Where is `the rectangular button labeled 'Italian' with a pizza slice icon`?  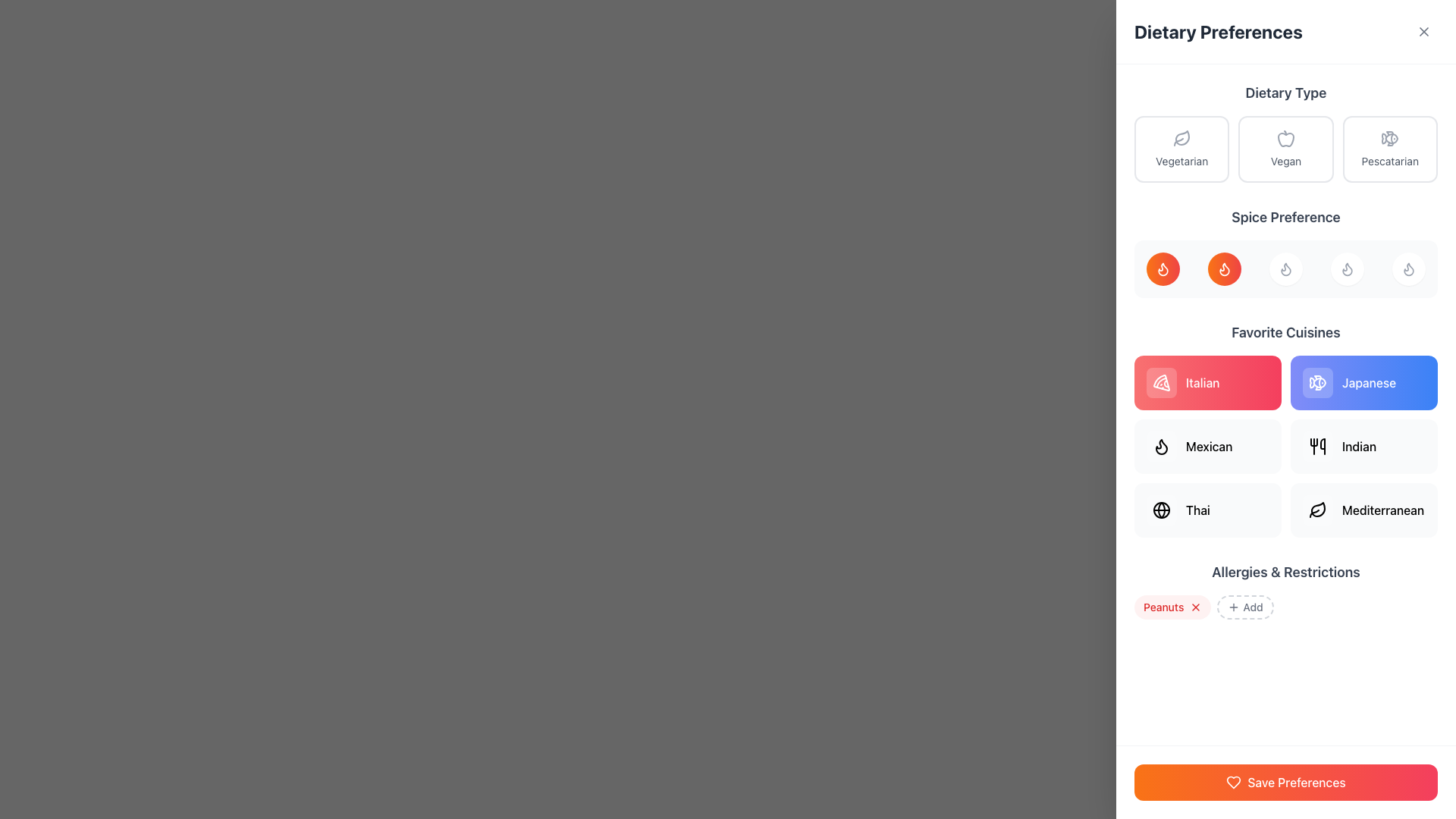 the rectangular button labeled 'Italian' with a pizza slice icon is located at coordinates (1207, 382).